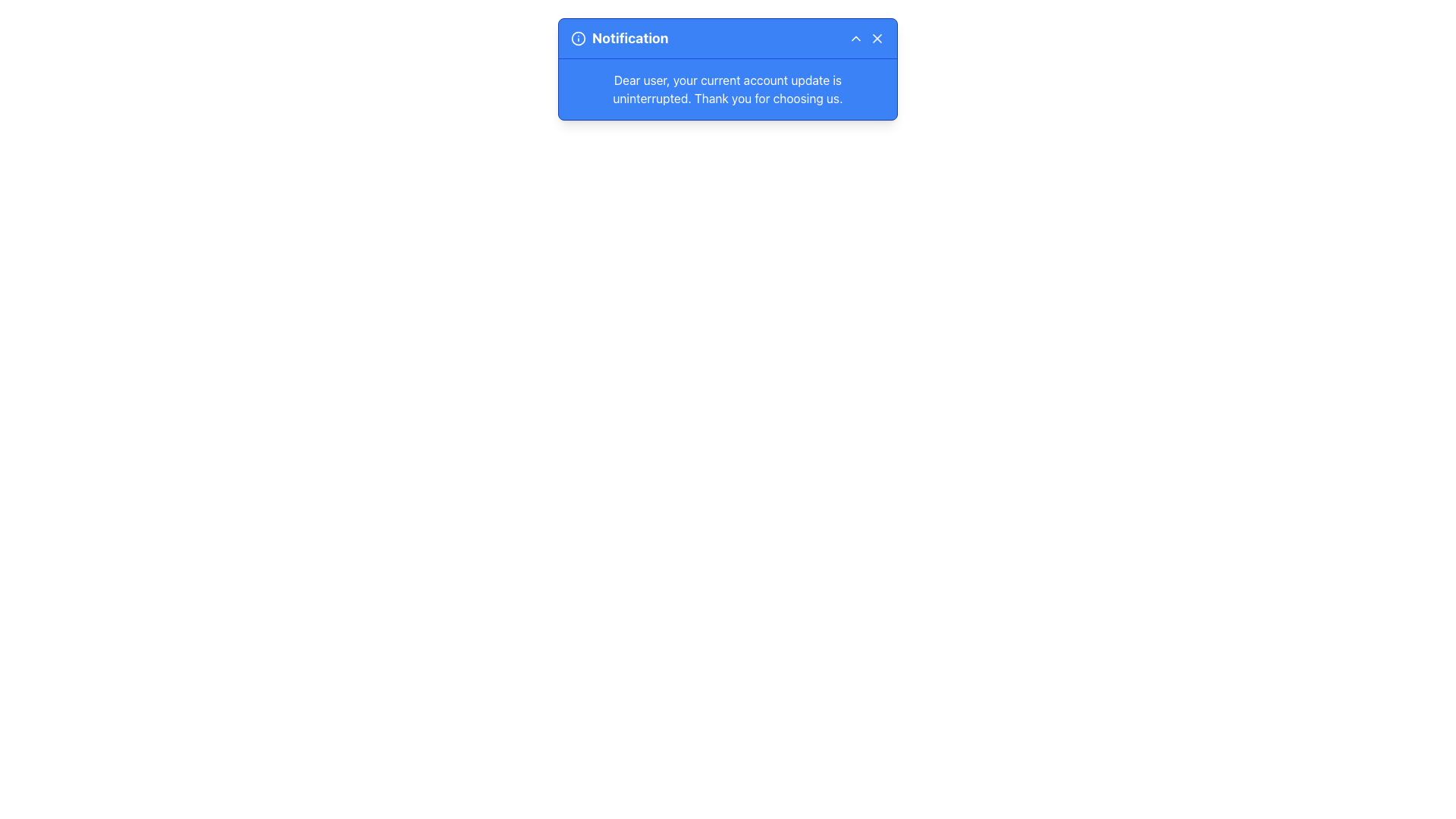 The width and height of the screenshot is (1456, 819). Describe the element at coordinates (578, 37) in the screenshot. I see `the small circular information icon located to the left of the 'Notification' title text in the notification banner` at that location.